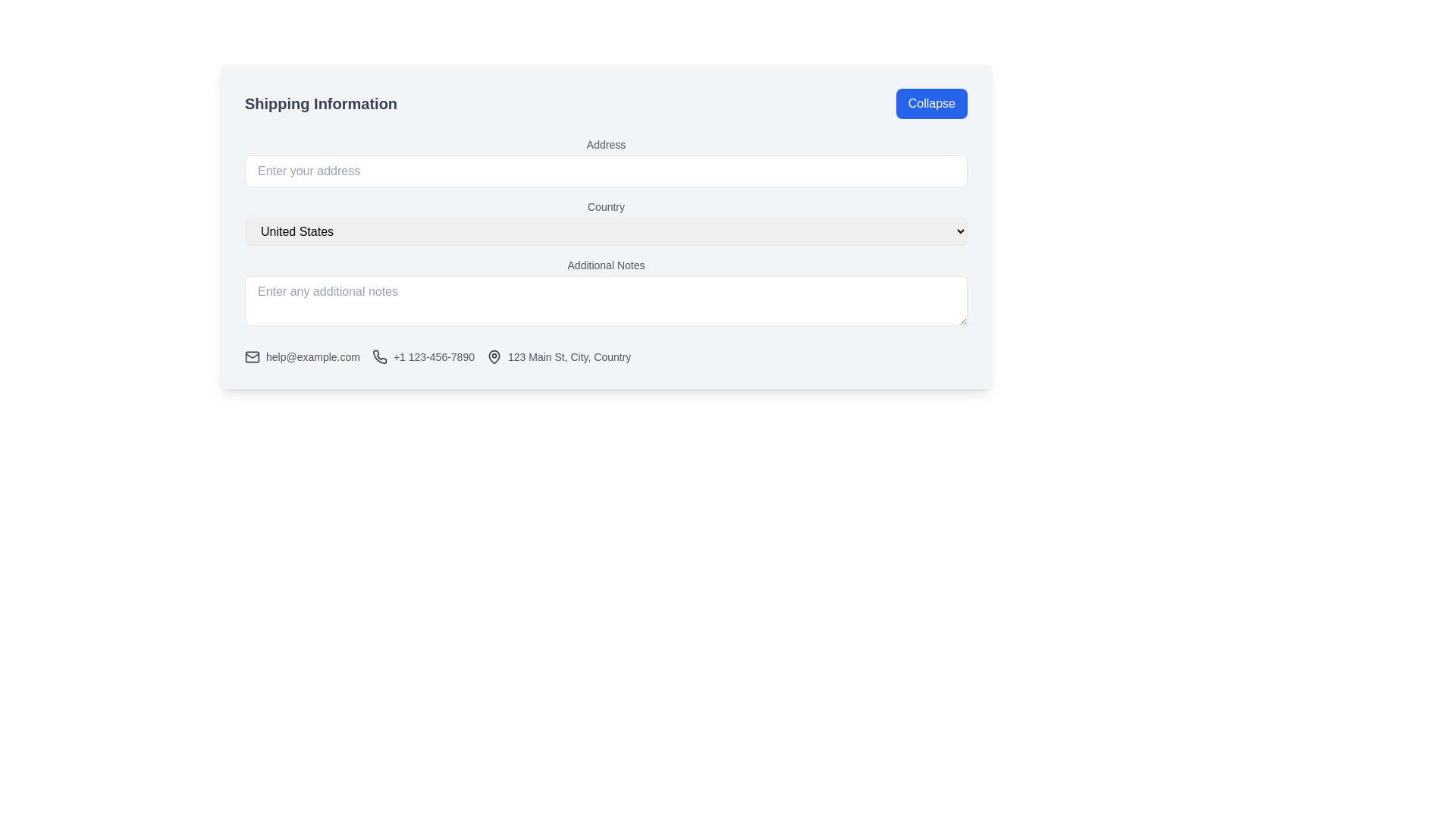 The width and height of the screenshot is (1456, 819). What do you see at coordinates (423, 356) in the screenshot?
I see `the static informational text element displaying the phone icon and the text '+1 123-456-7890', located in the middle of three horizontally aligned elements at the bottom of the contact information section` at bounding box center [423, 356].